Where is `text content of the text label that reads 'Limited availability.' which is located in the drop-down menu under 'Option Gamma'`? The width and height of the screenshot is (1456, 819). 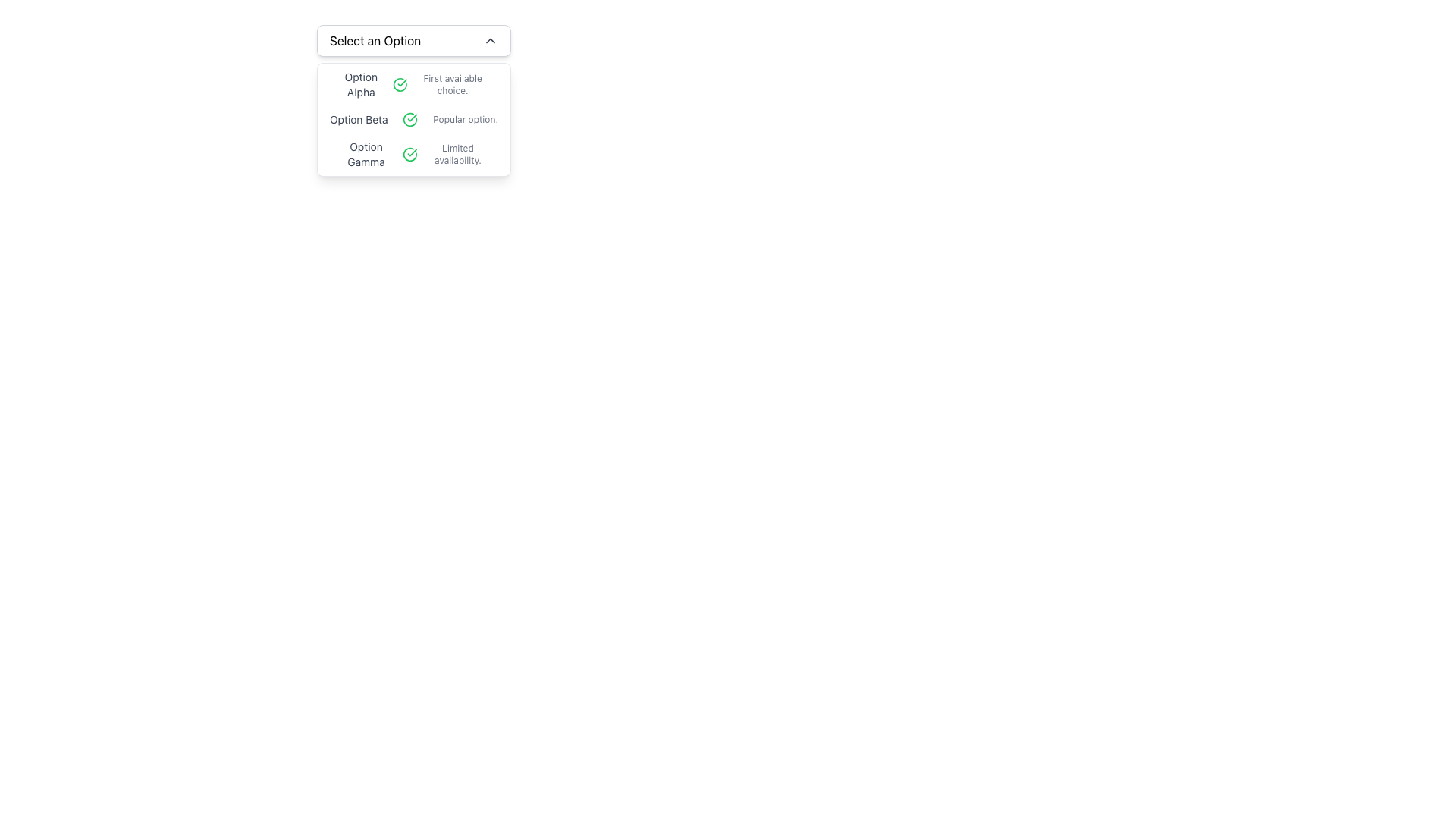 text content of the text label that reads 'Limited availability.' which is located in the drop-down menu under 'Option Gamma' is located at coordinates (457, 155).